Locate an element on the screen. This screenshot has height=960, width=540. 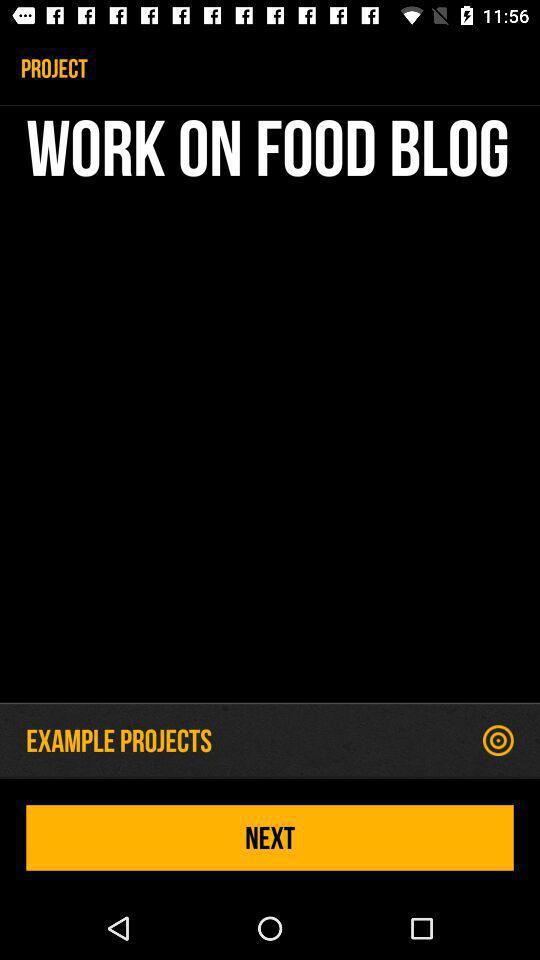
the work on food is located at coordinates (270, 407).